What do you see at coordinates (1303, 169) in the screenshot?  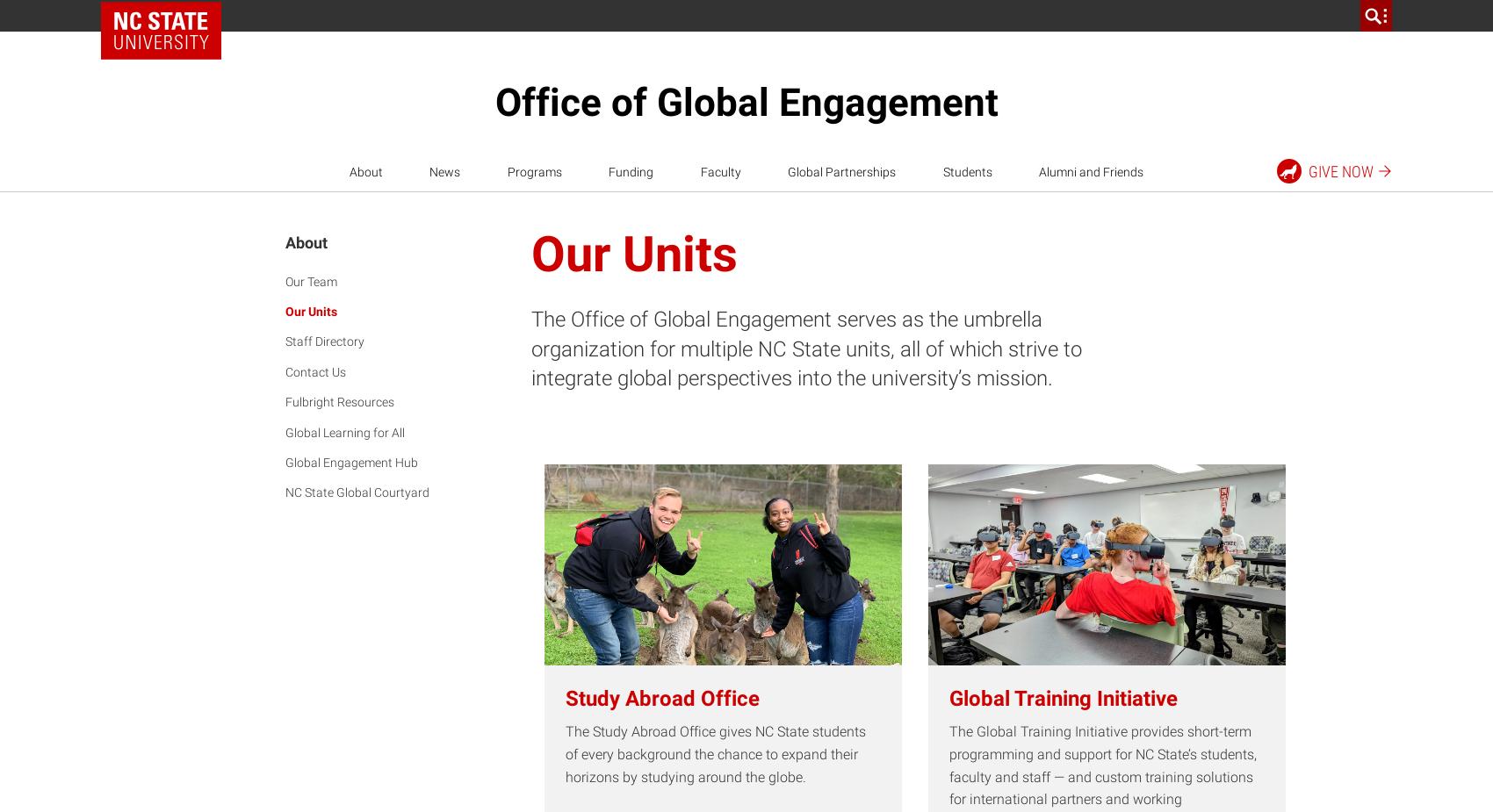 I see `'Give'` at bounding box center [1303, 169].